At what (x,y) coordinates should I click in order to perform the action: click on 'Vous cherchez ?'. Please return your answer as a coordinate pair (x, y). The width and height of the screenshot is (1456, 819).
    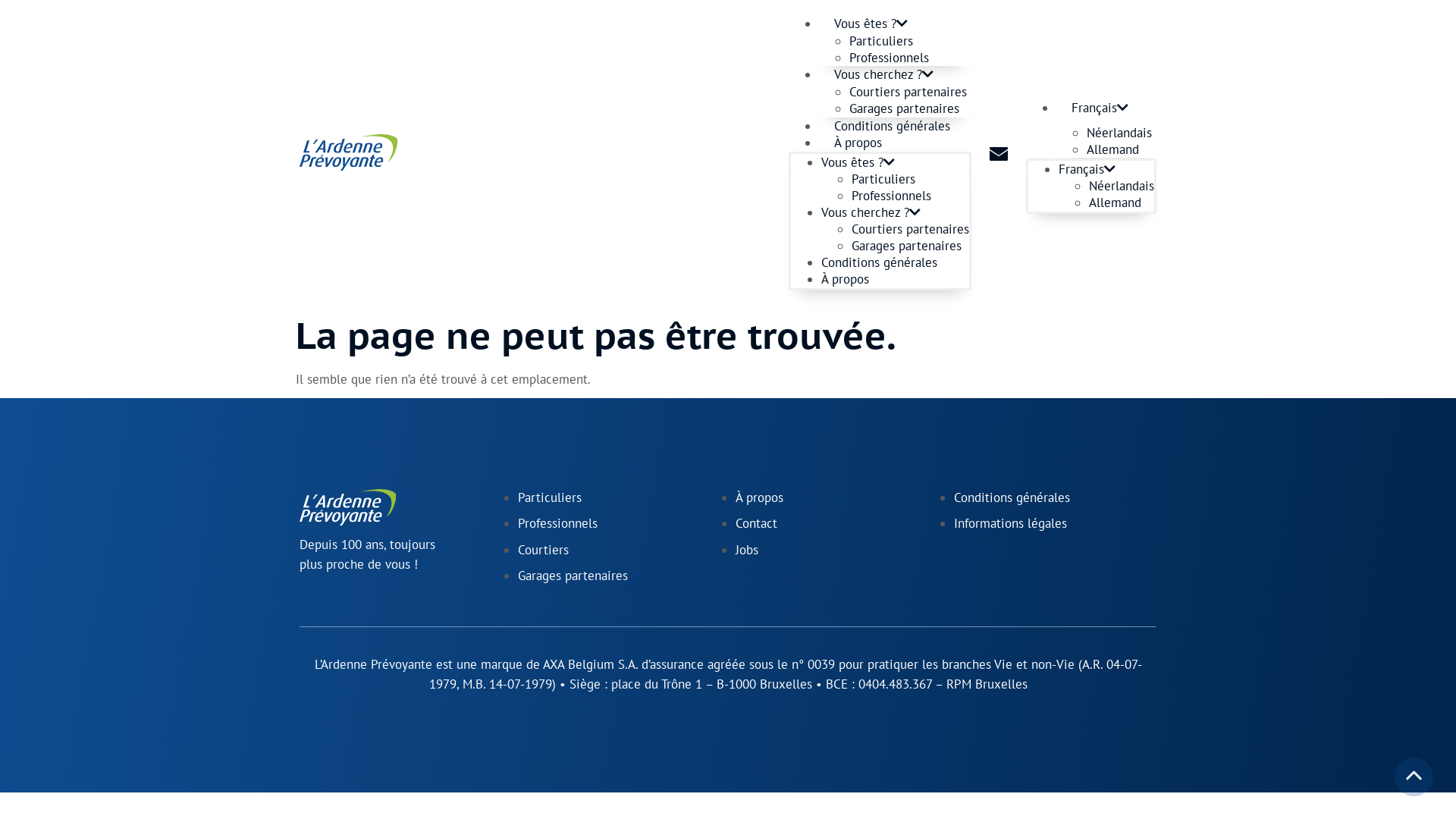
    Looking at the image, I should click on (883, 74).